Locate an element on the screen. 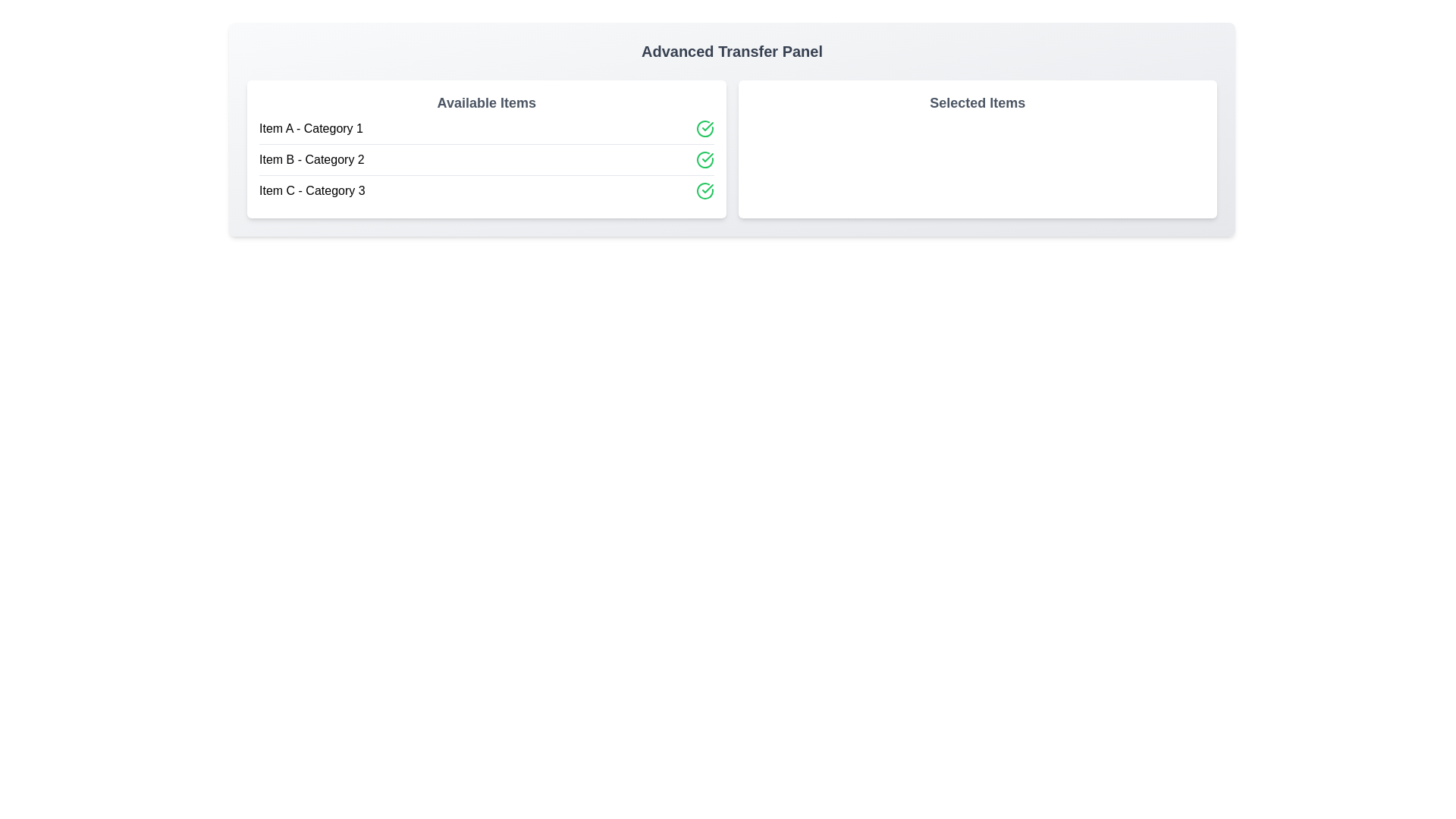  the confirmation icon adjacent to 'Item B - Category 2' in the 'Available Items' panel is located at coordinates (706, 158).